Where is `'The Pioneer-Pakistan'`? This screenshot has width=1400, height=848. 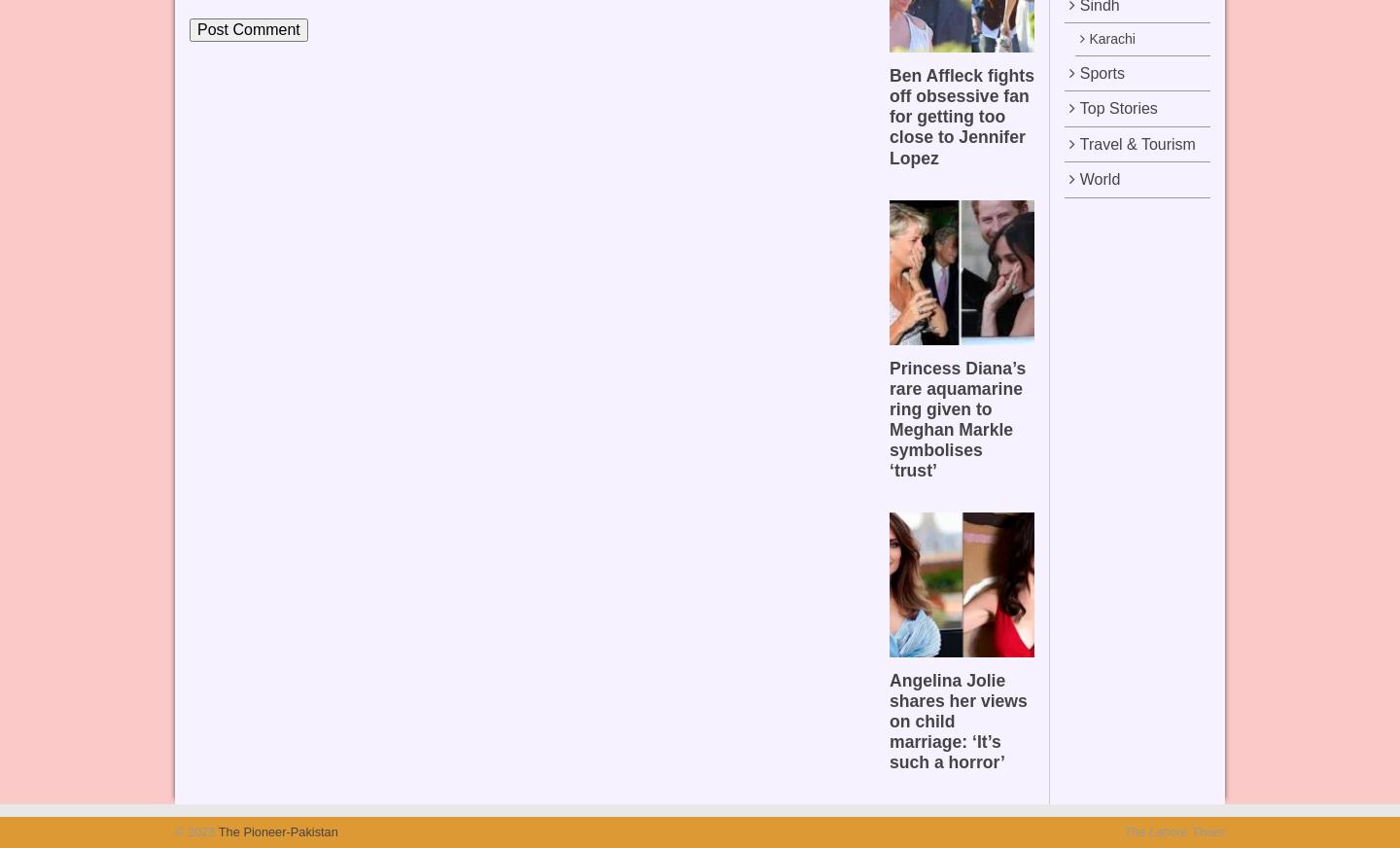 'The Pioneer-Pakistan' is located at coordinates (274, 831).